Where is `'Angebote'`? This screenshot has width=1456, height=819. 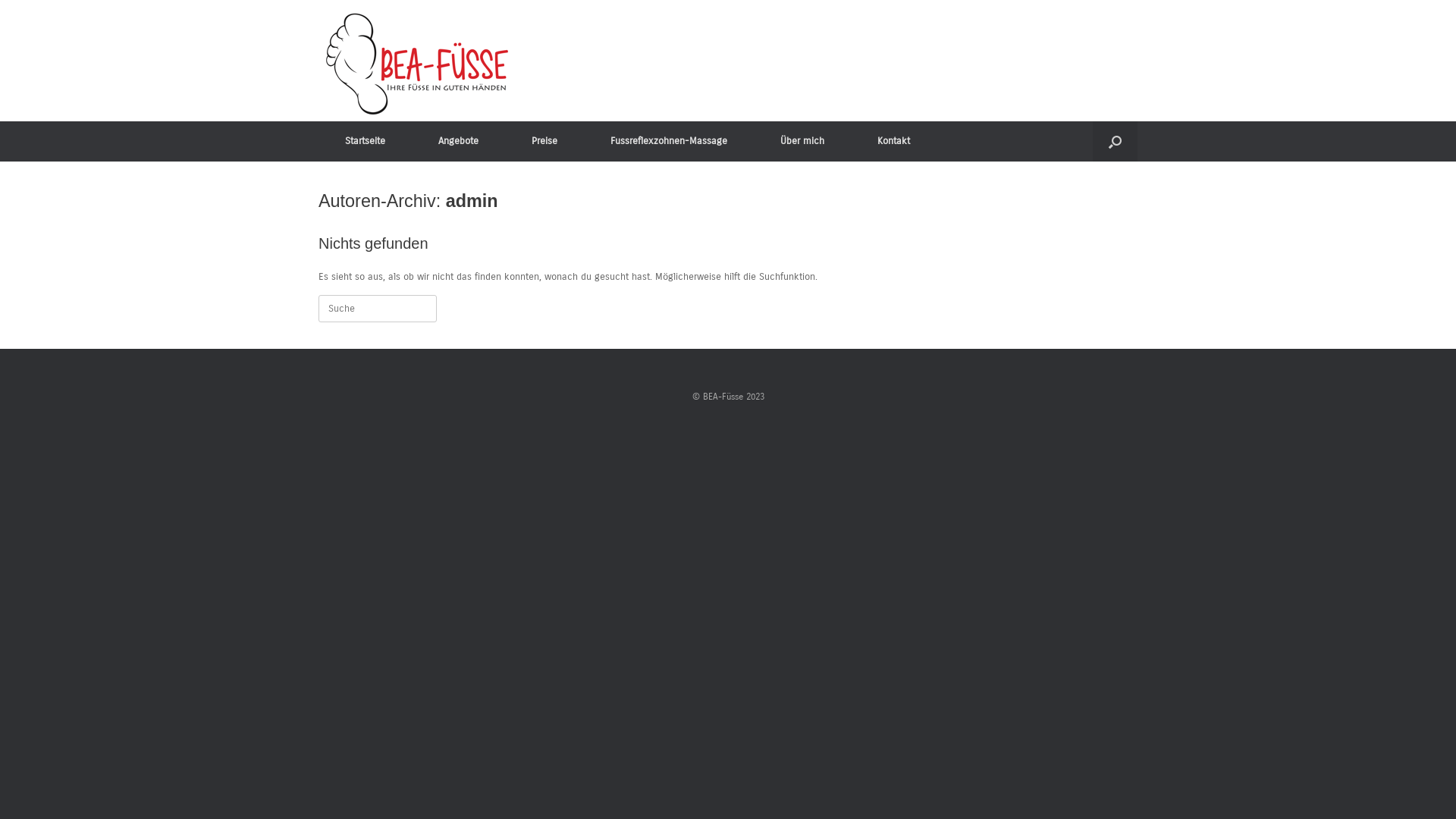
'Angebote' is located at coordinates (457, 141).